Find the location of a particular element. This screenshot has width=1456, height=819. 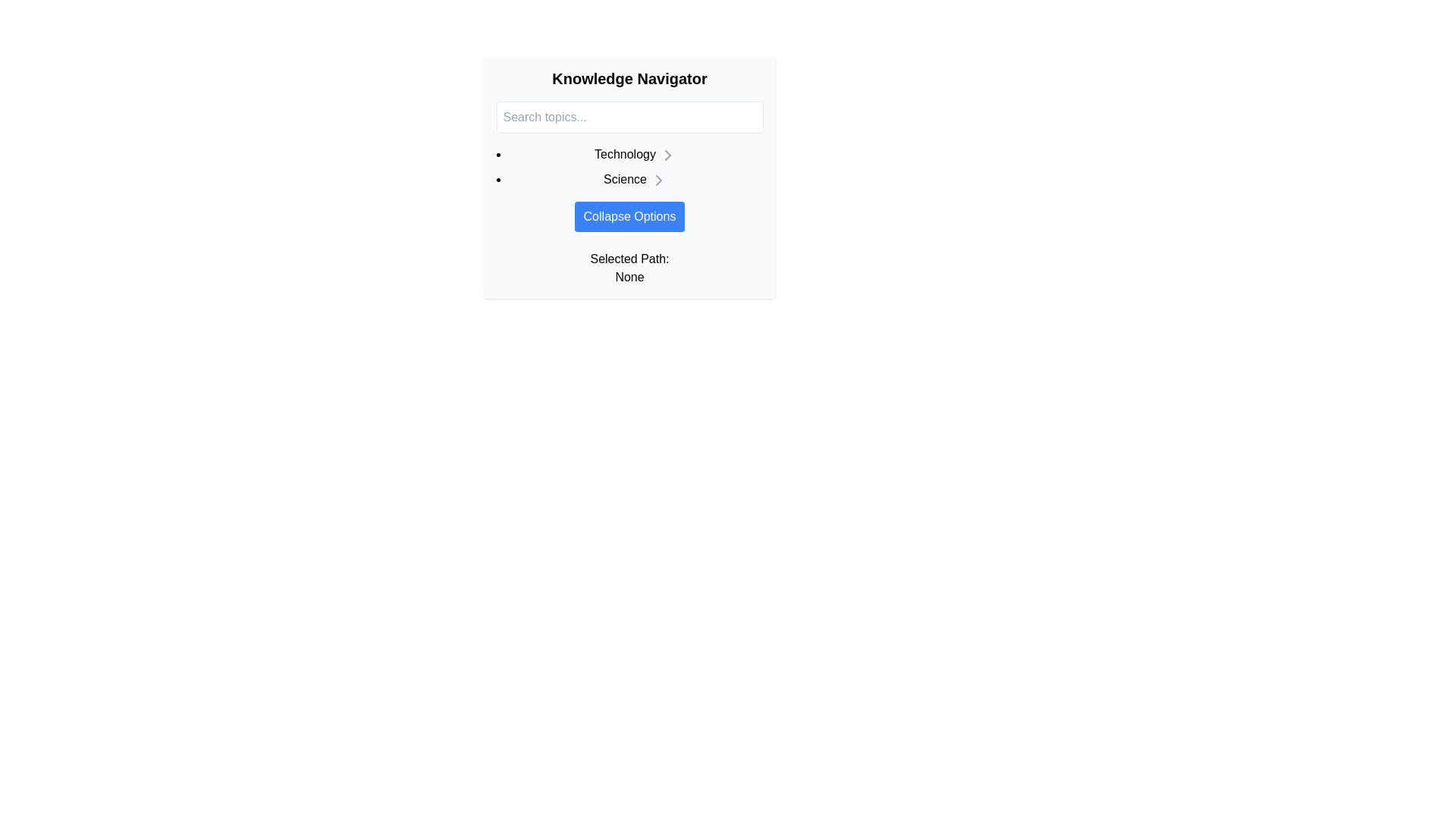

the 'Technology' entry in the List component with navigation links, which is styled with bullet points and hover effects, located below the search bar and above the 'Collapse Options' button is located at coordinates (629, 167).